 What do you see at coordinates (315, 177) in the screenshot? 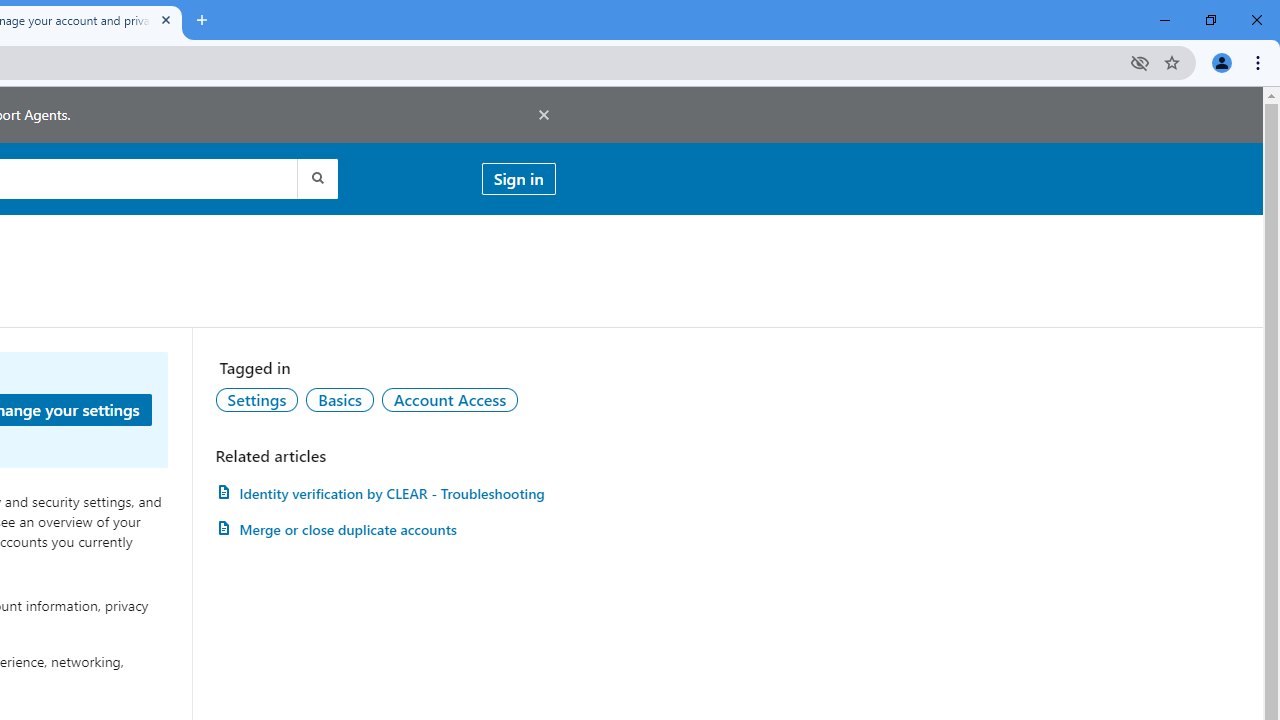
I see `'Submit search'` at bounding box center [315, 177].